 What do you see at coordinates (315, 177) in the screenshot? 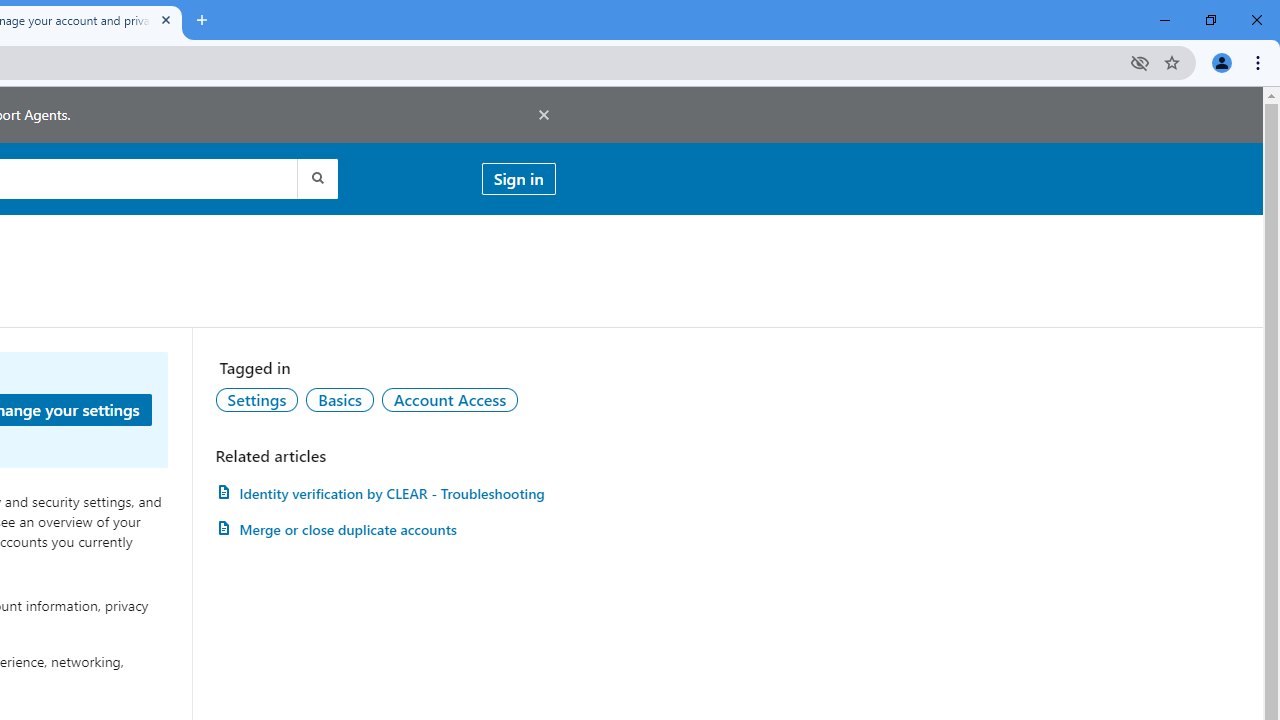
I see `'Submit search'` at bounding box center [315, 177].